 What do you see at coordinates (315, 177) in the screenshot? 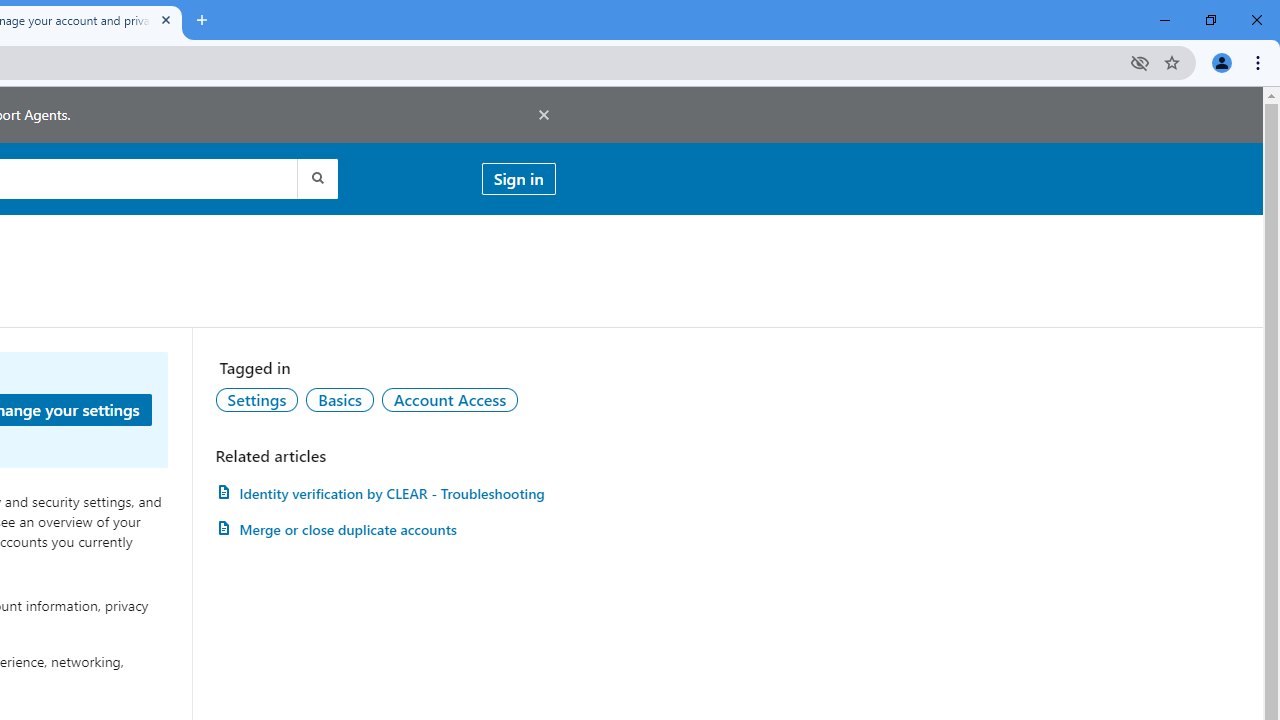
I see `'Submit search'` at bounding box center [315, 177].